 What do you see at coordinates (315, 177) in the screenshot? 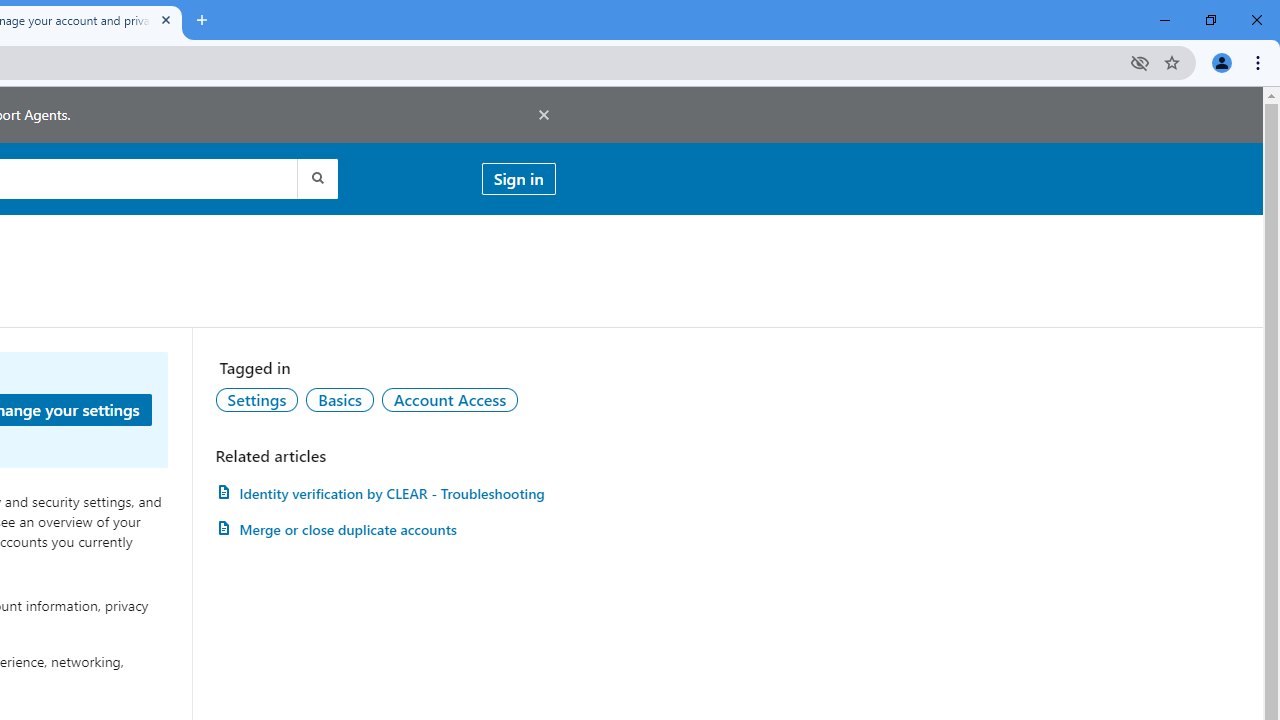
I see `'Submit search'` at bounding box center [315, 177].